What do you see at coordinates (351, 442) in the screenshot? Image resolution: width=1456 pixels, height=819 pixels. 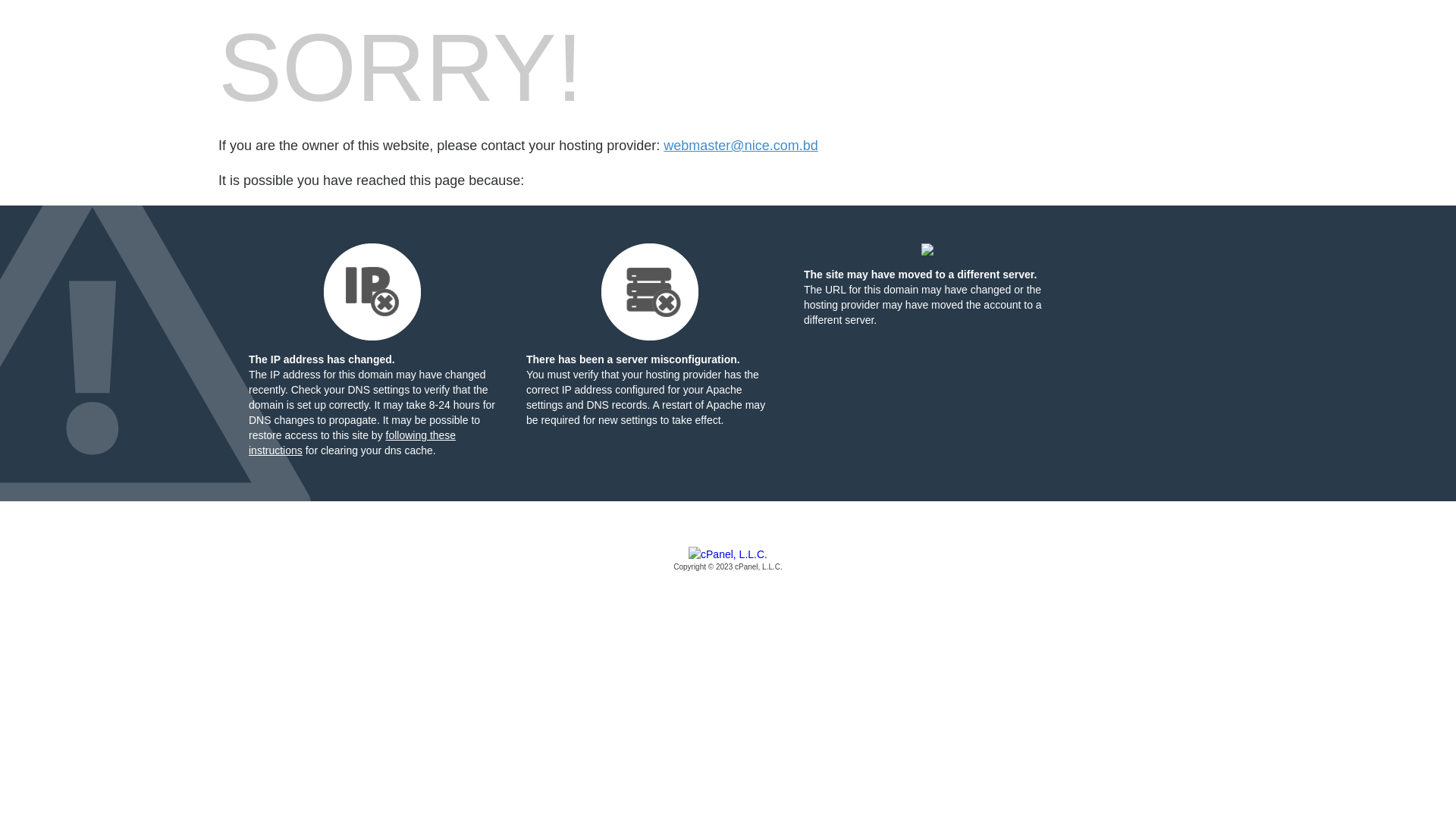 I see `'following these instructions'` at bounding box center [351, 442].